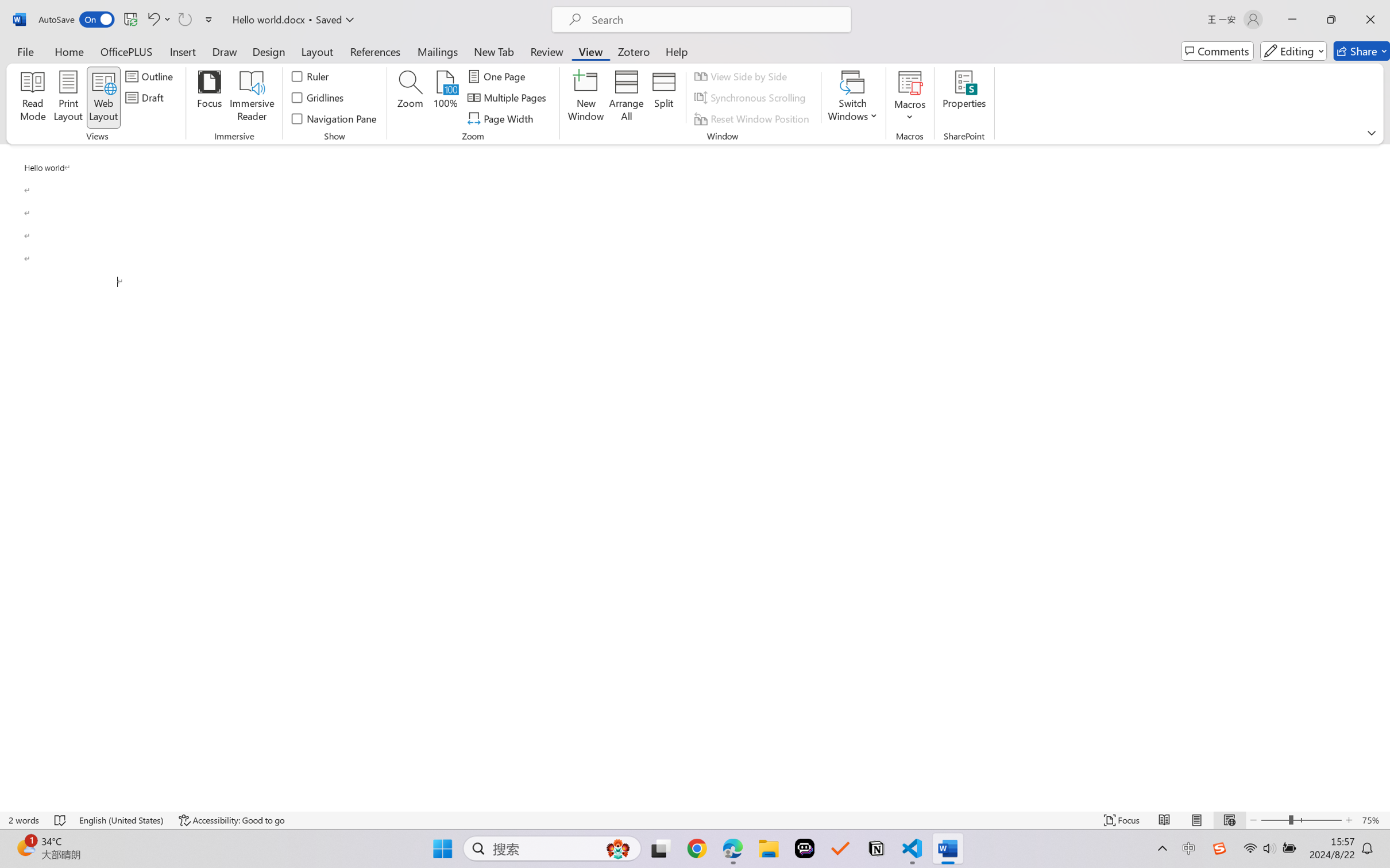 The image size is (1390, 868). I want to click on 'Help', so click(676, 51).